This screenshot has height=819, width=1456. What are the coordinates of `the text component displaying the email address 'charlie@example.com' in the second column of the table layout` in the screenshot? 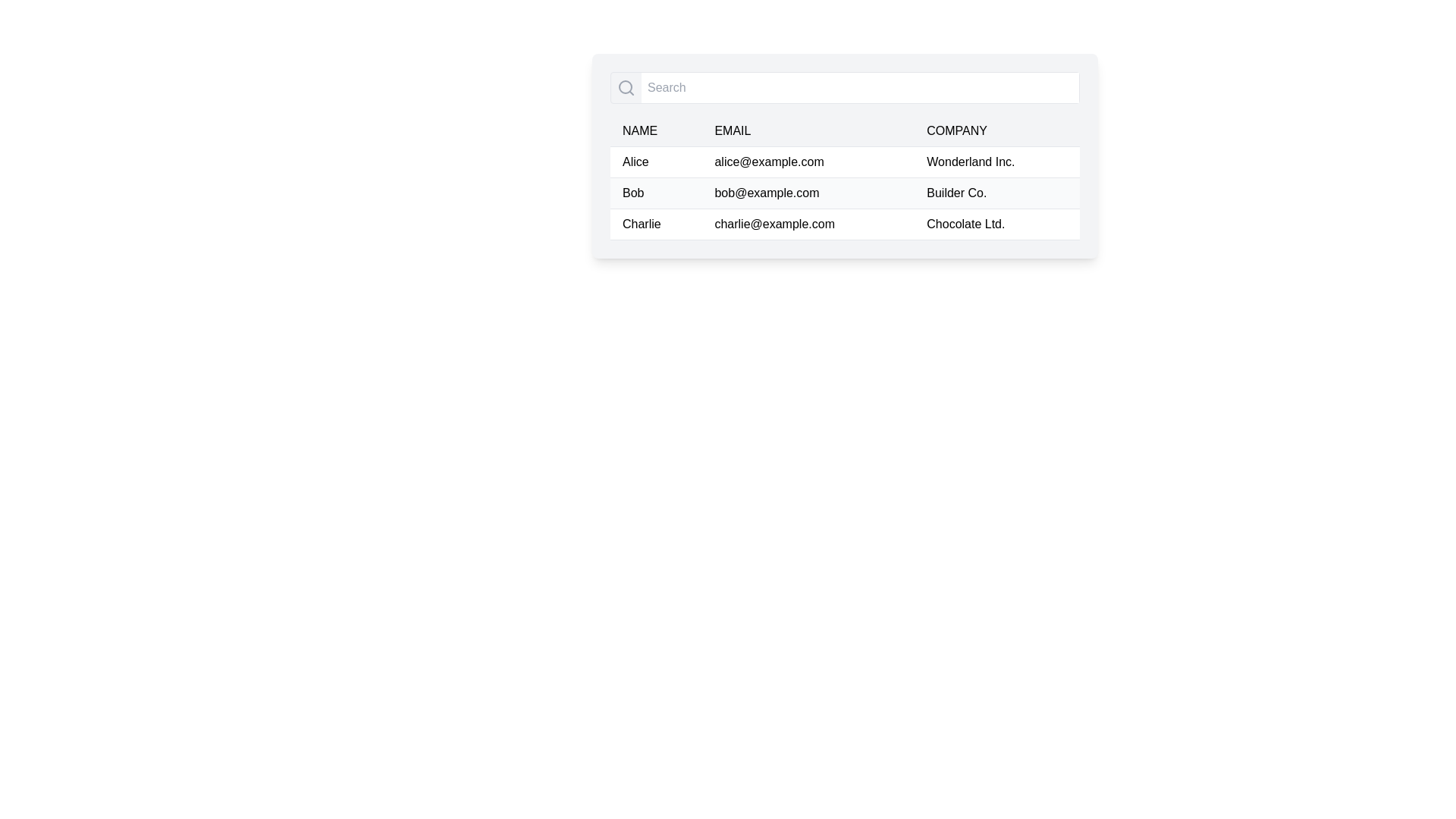 It's located at (808, 224).